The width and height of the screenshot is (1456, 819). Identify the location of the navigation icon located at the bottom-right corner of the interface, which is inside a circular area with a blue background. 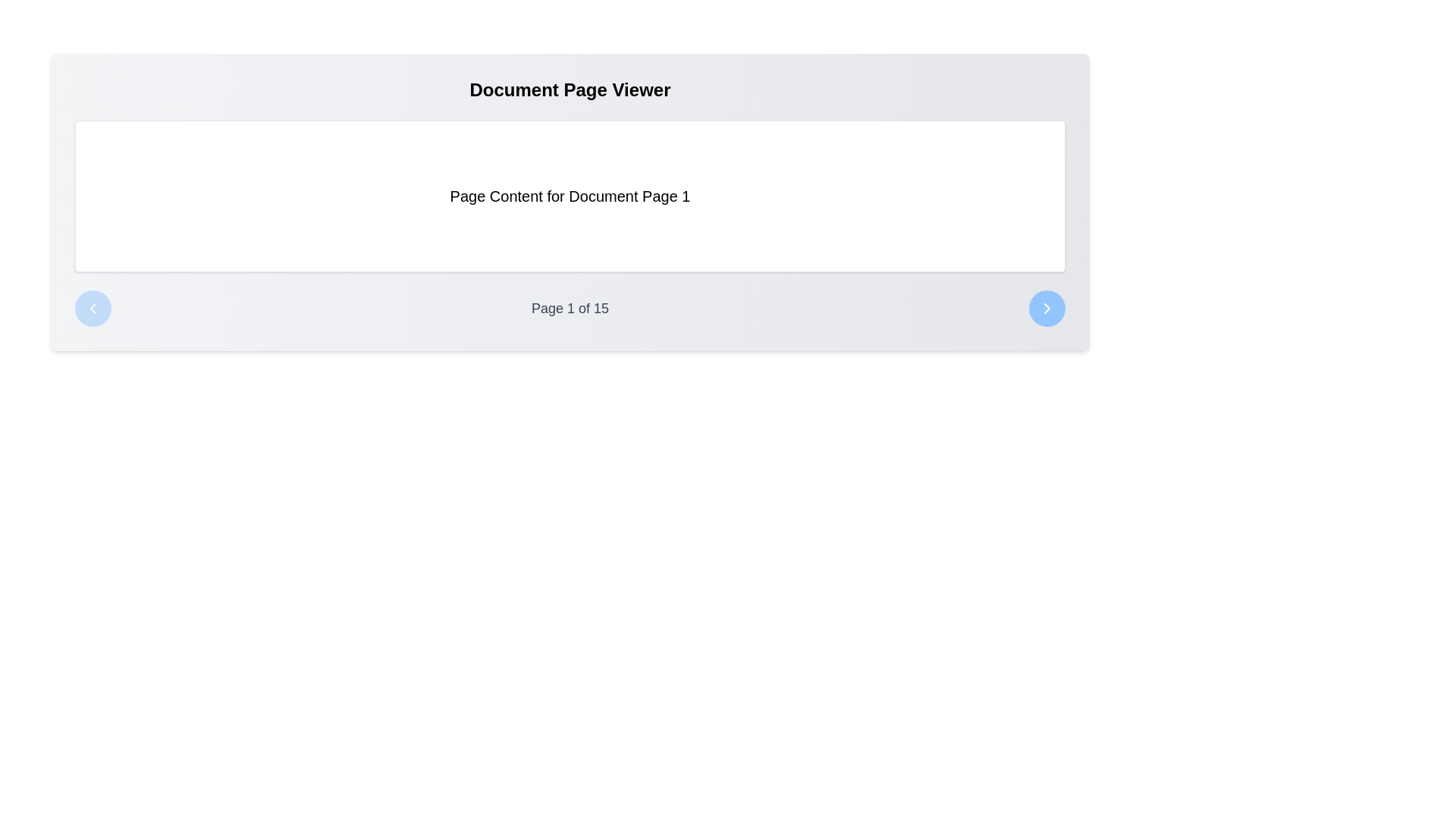
(1046, 308).